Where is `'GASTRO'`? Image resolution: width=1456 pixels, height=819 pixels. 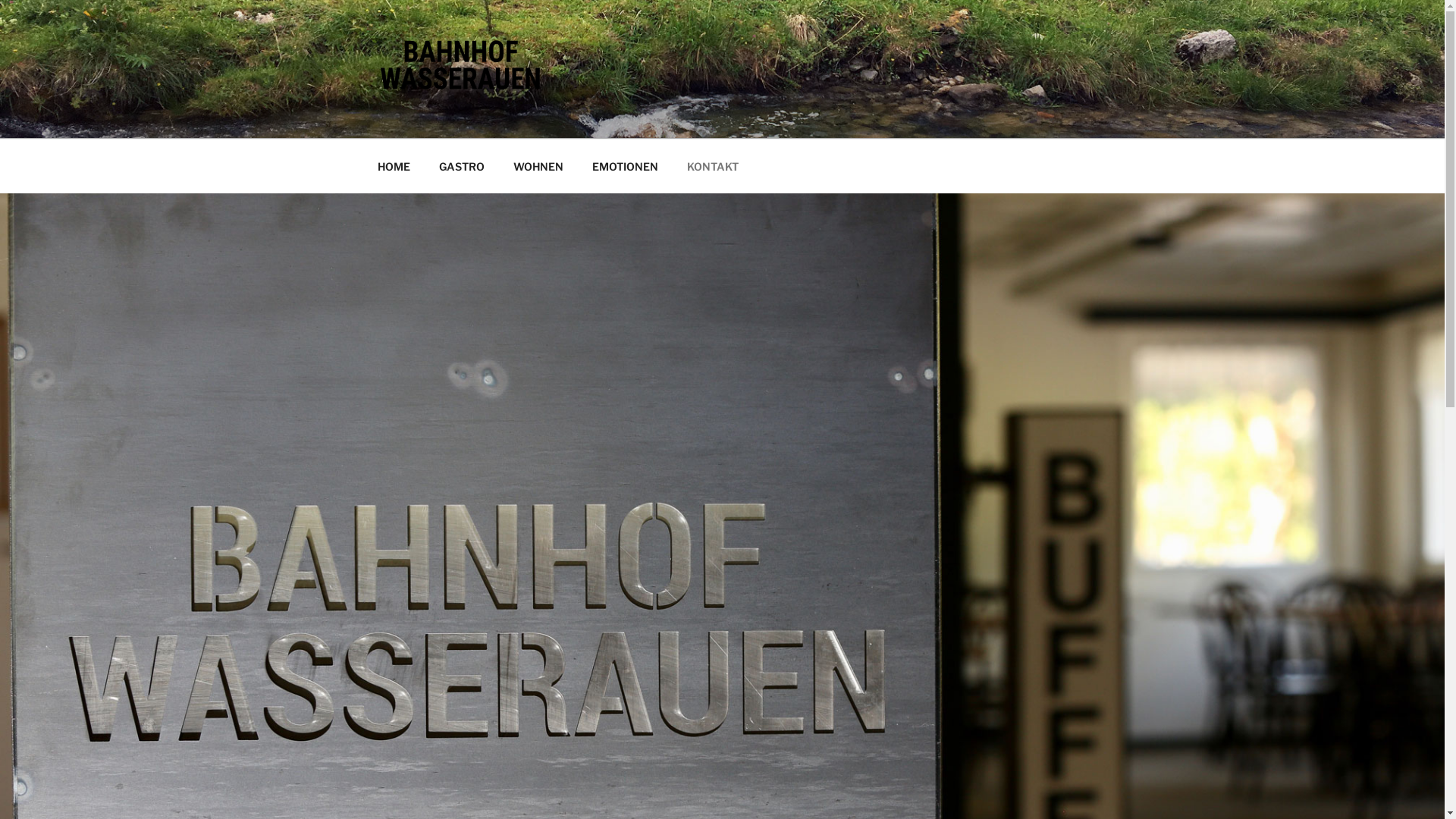
'GASTRO' is located at coordinates (461, 165).